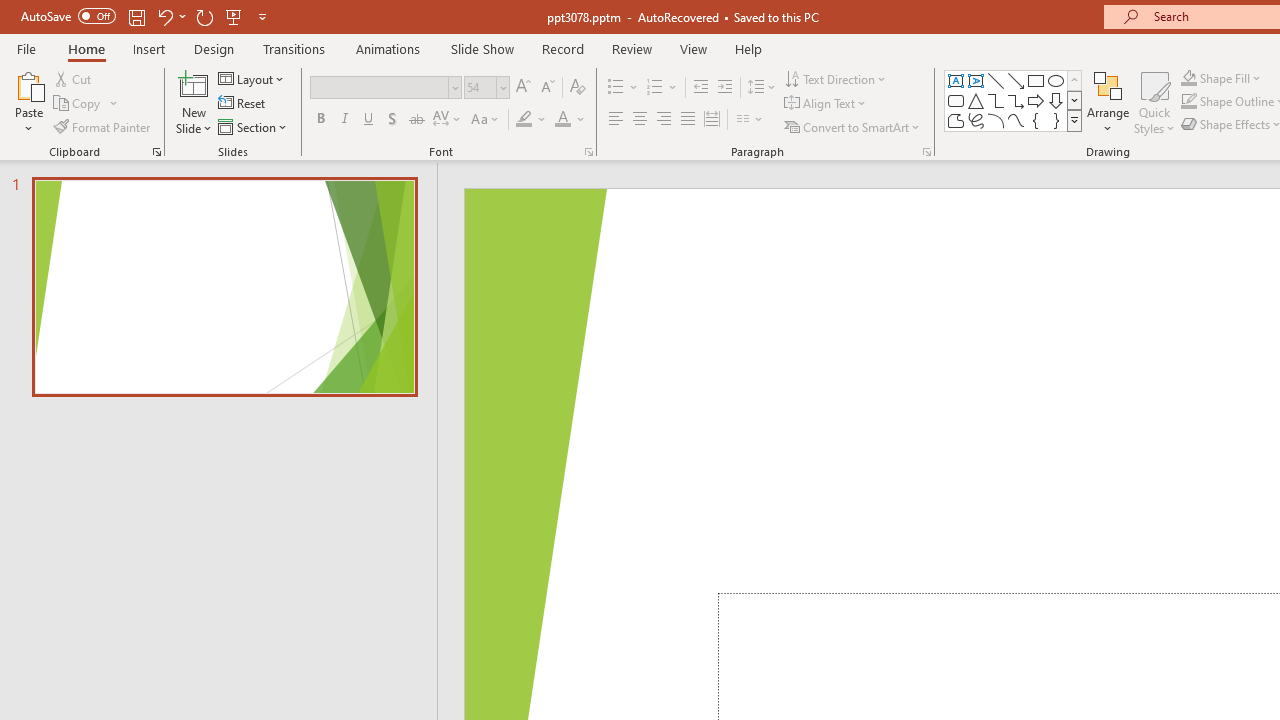  Describe the element at coordinates (1189, 77) in the screenshot. I see `'Shape Fill Dark Green, Accent 2'` at that location.